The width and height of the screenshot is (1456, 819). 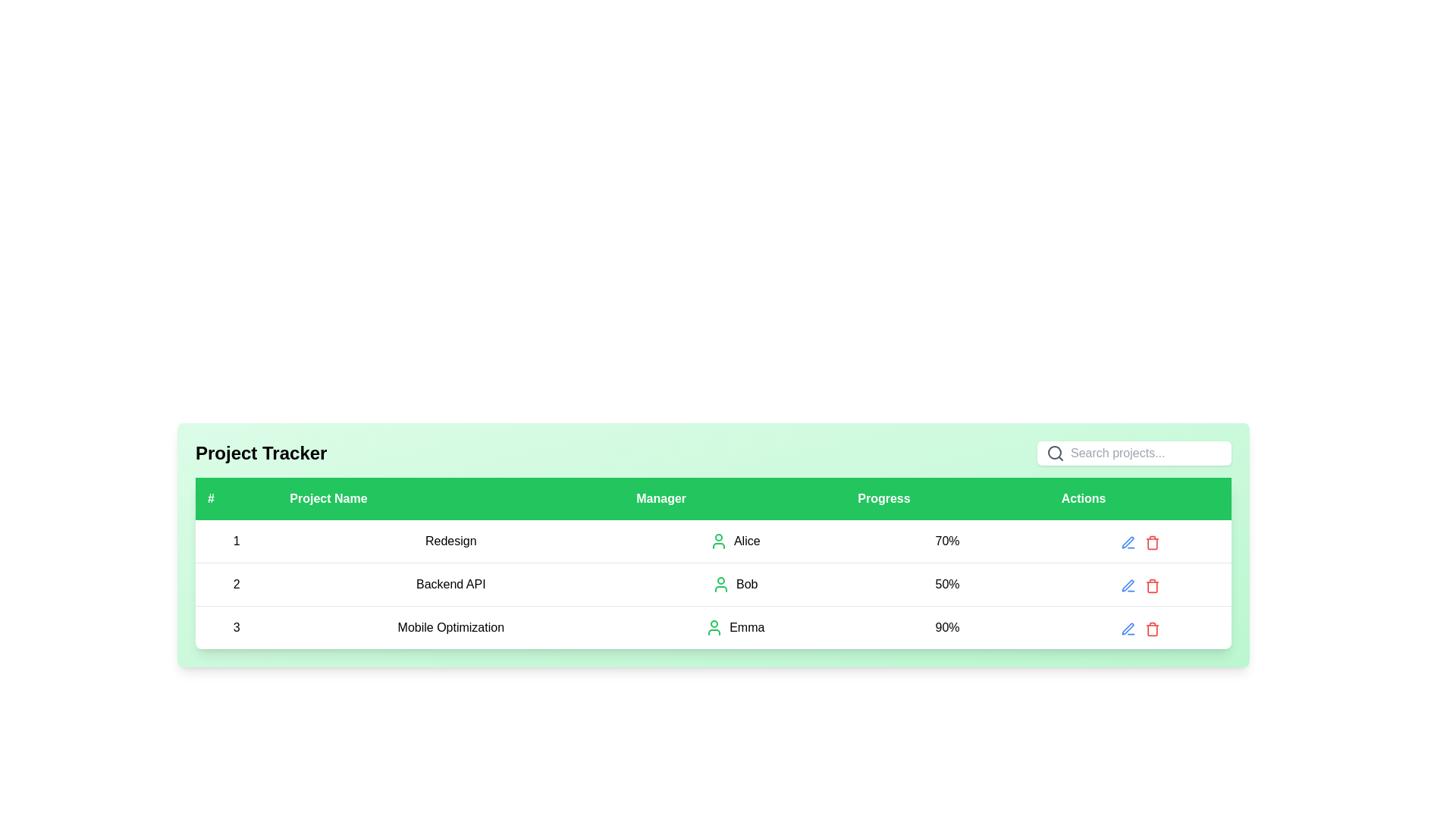 What do you see at coordinates (236, 627) in the screenshot?
I see `the Text label in the first cell of the third row of the table, which serves as an index for the row and is aligned with 'Mobile Optimization' and 'Emma'` at bounding box center [236, 627].